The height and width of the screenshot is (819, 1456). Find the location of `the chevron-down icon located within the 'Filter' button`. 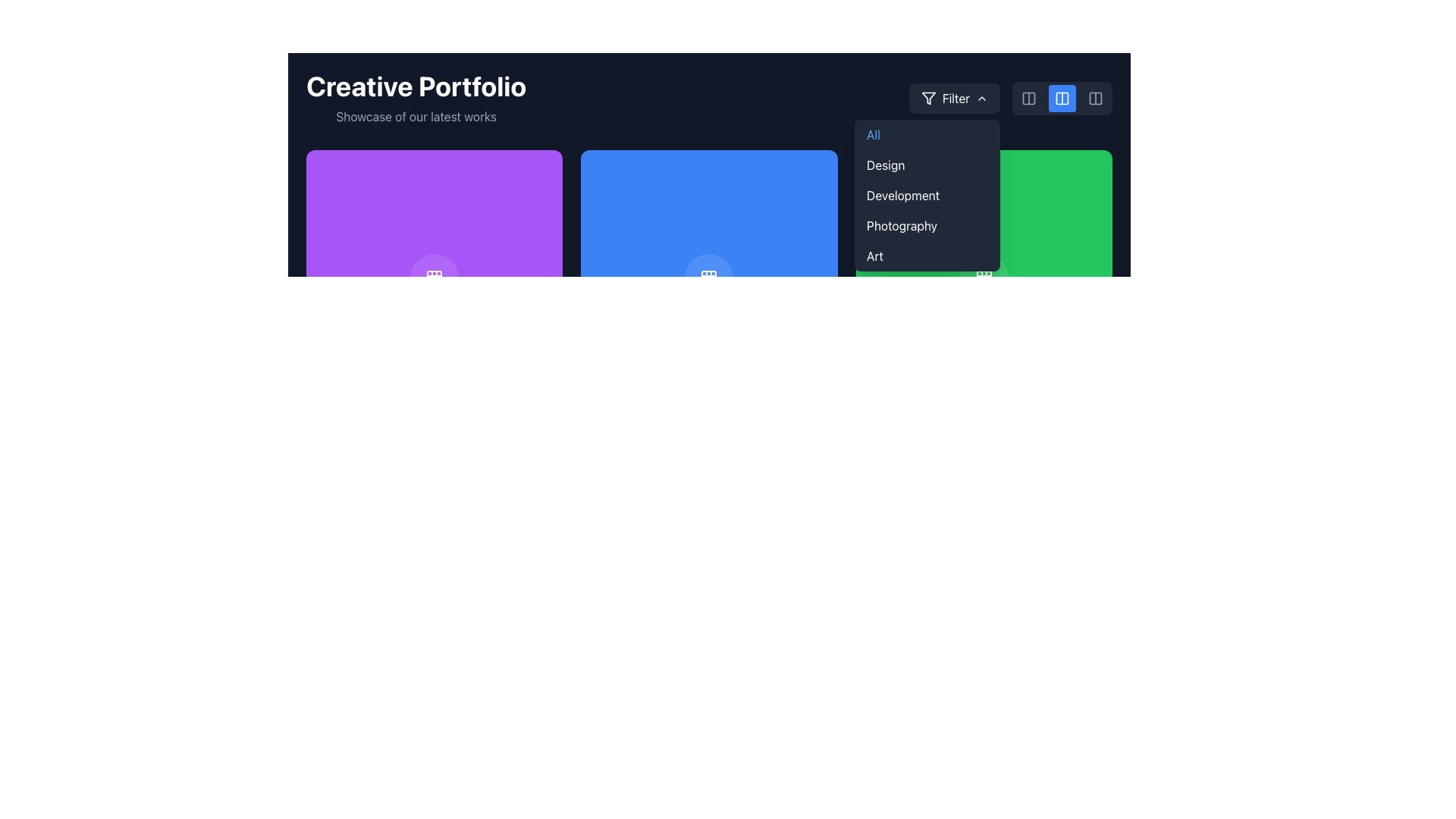

the chevron-down icon located within the 'Filter' button is located at coordinates (982, 99).